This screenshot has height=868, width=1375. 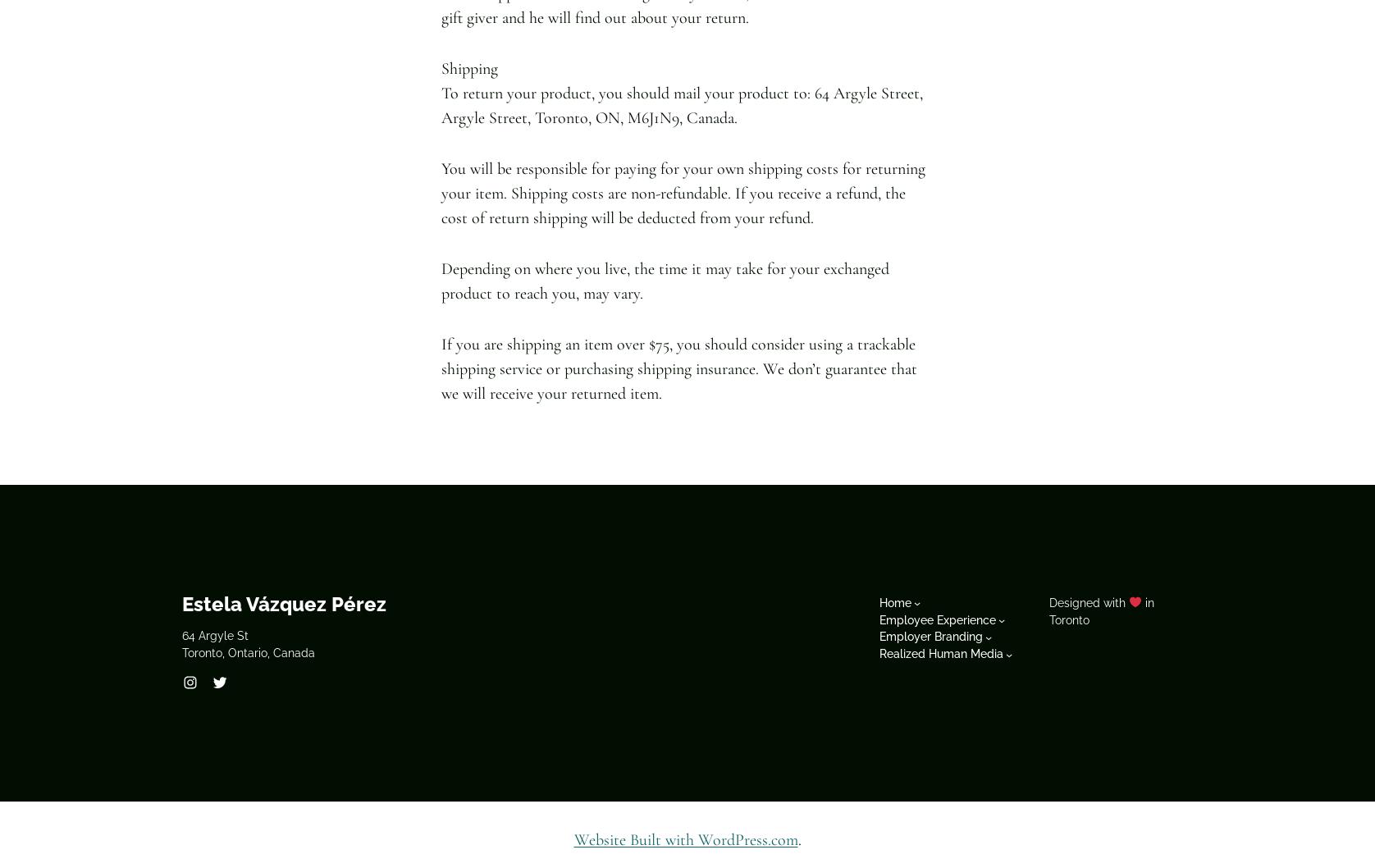 I want to click on 'Toronto, Ontario,  Canada', so click(x=248, y=651).